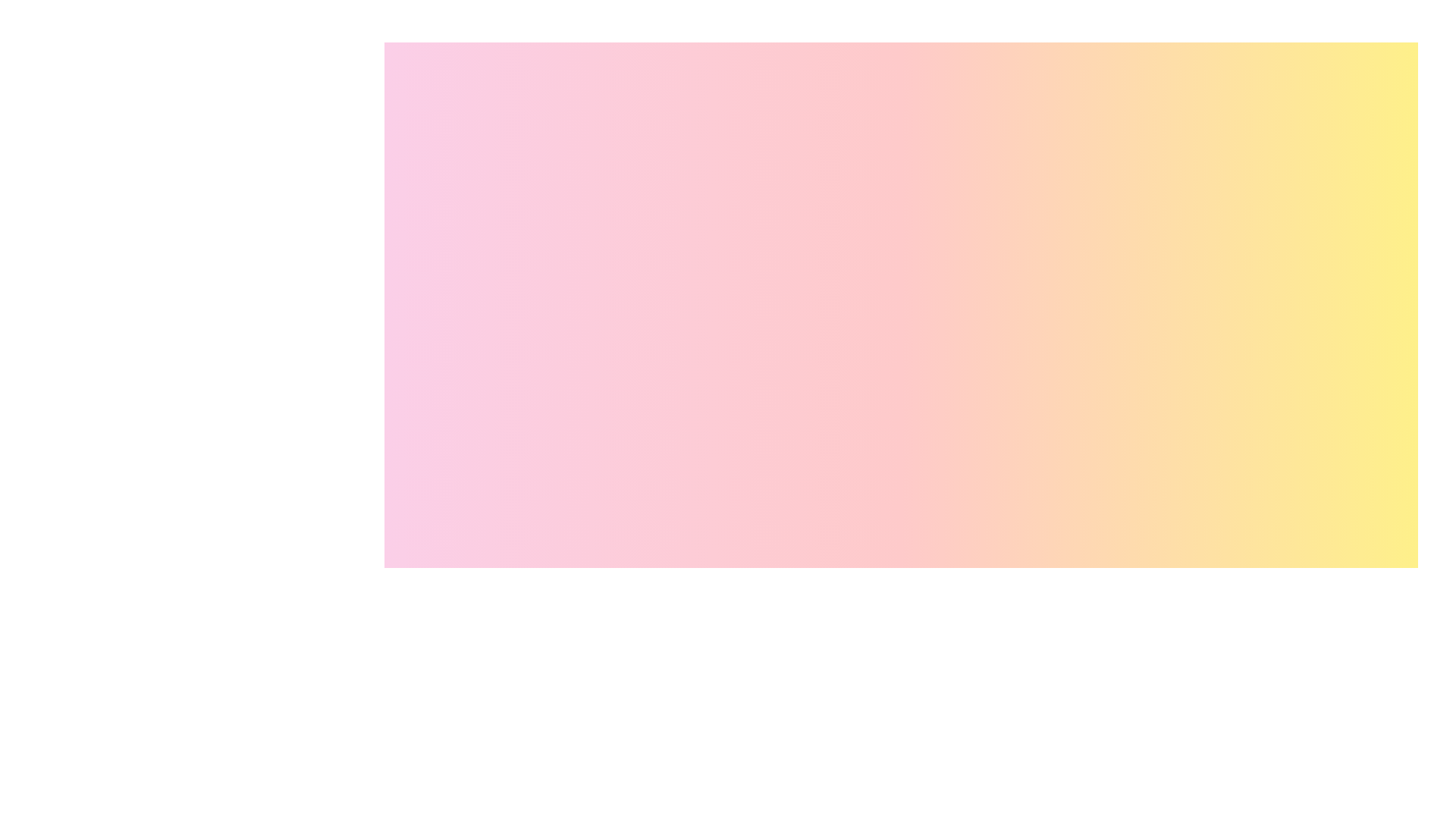 This screenshot has width=1456, height=819. Describe the element at coordinates (901, 451) in the screenshot. I see `the background gradient area to interact with it` at that location.